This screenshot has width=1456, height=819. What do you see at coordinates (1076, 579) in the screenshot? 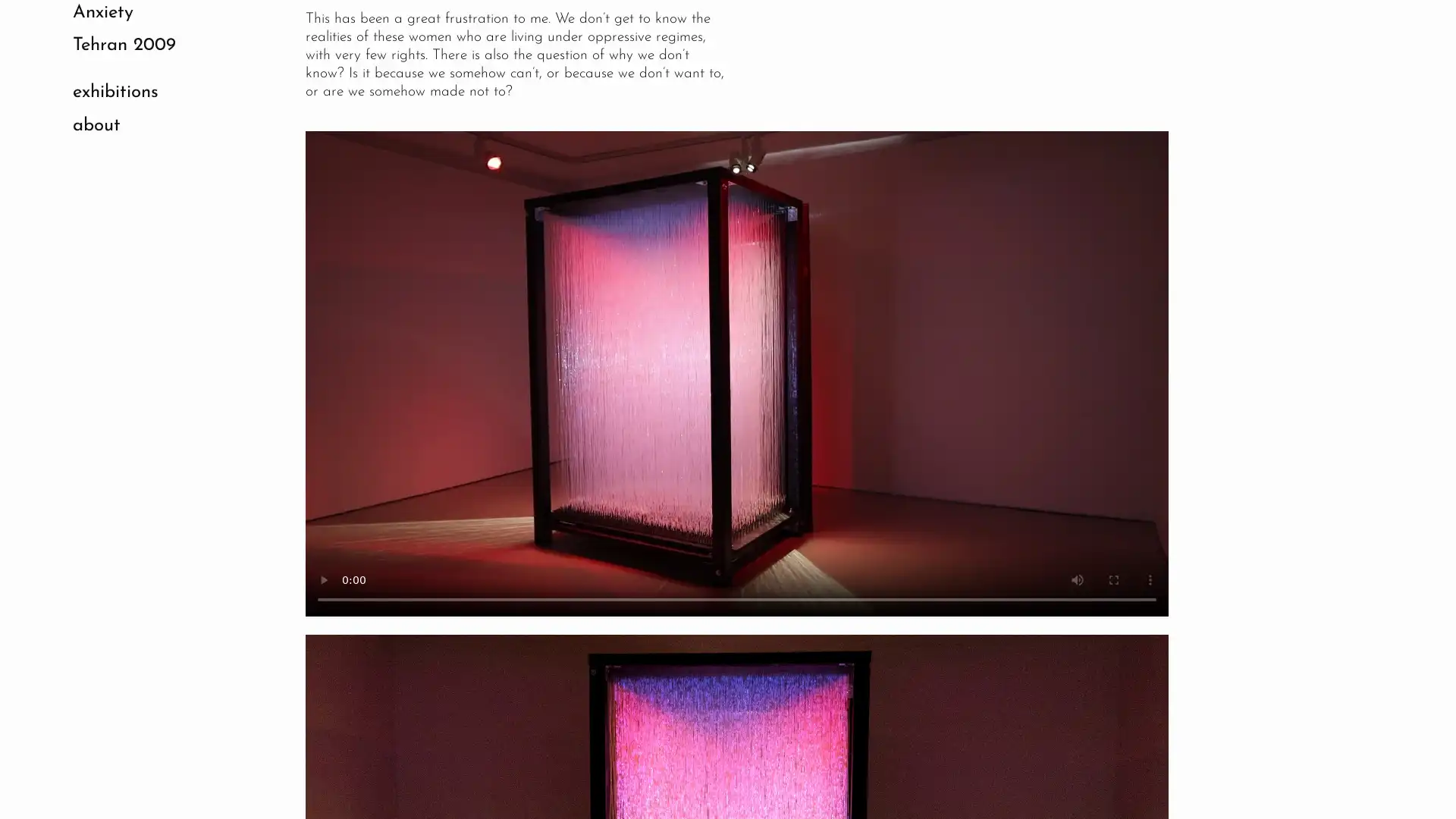
I see `mute` at bounding box center [1076, 579].